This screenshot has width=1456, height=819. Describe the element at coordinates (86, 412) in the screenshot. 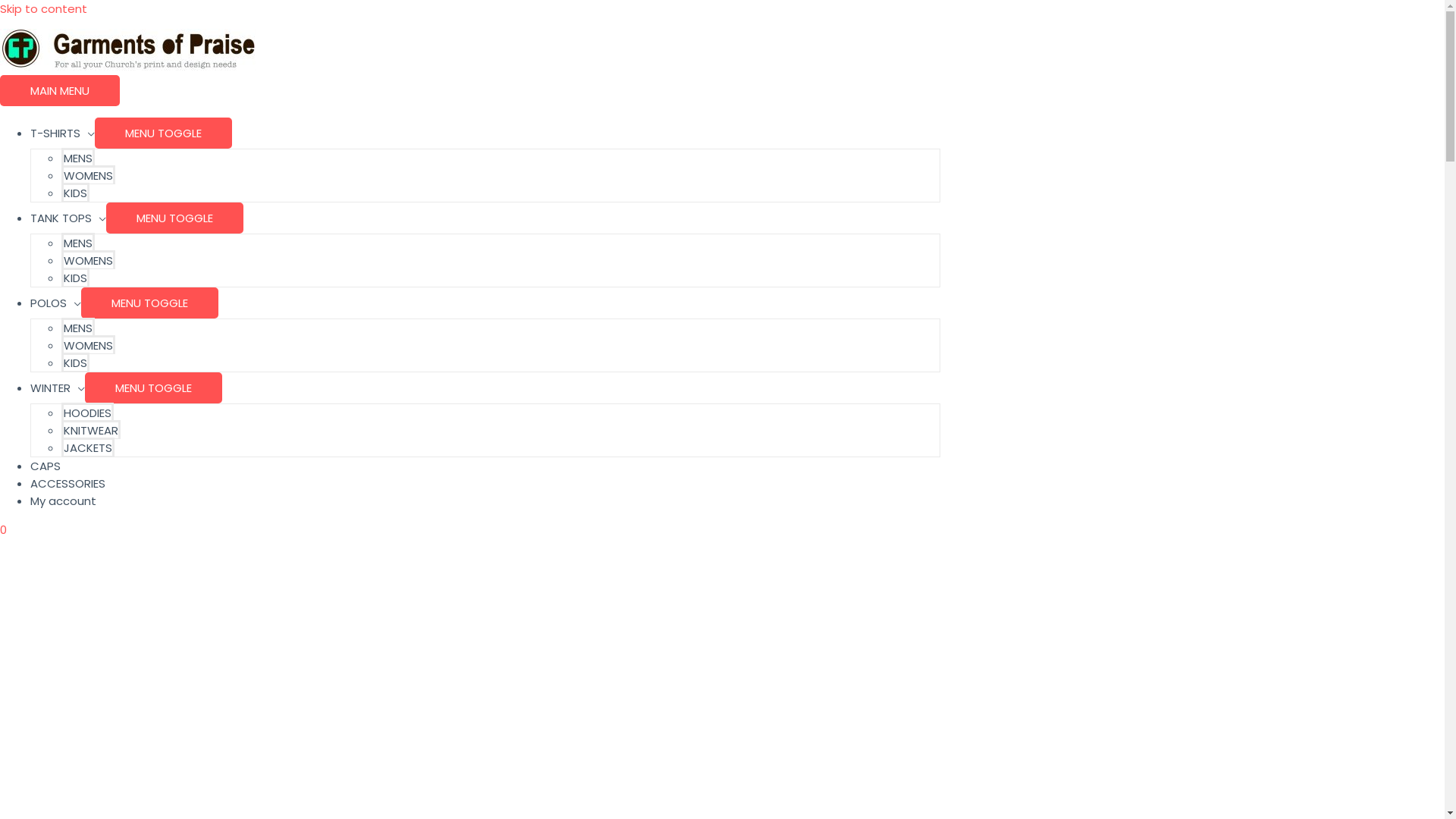

I see `'HOODIES'` at that location.